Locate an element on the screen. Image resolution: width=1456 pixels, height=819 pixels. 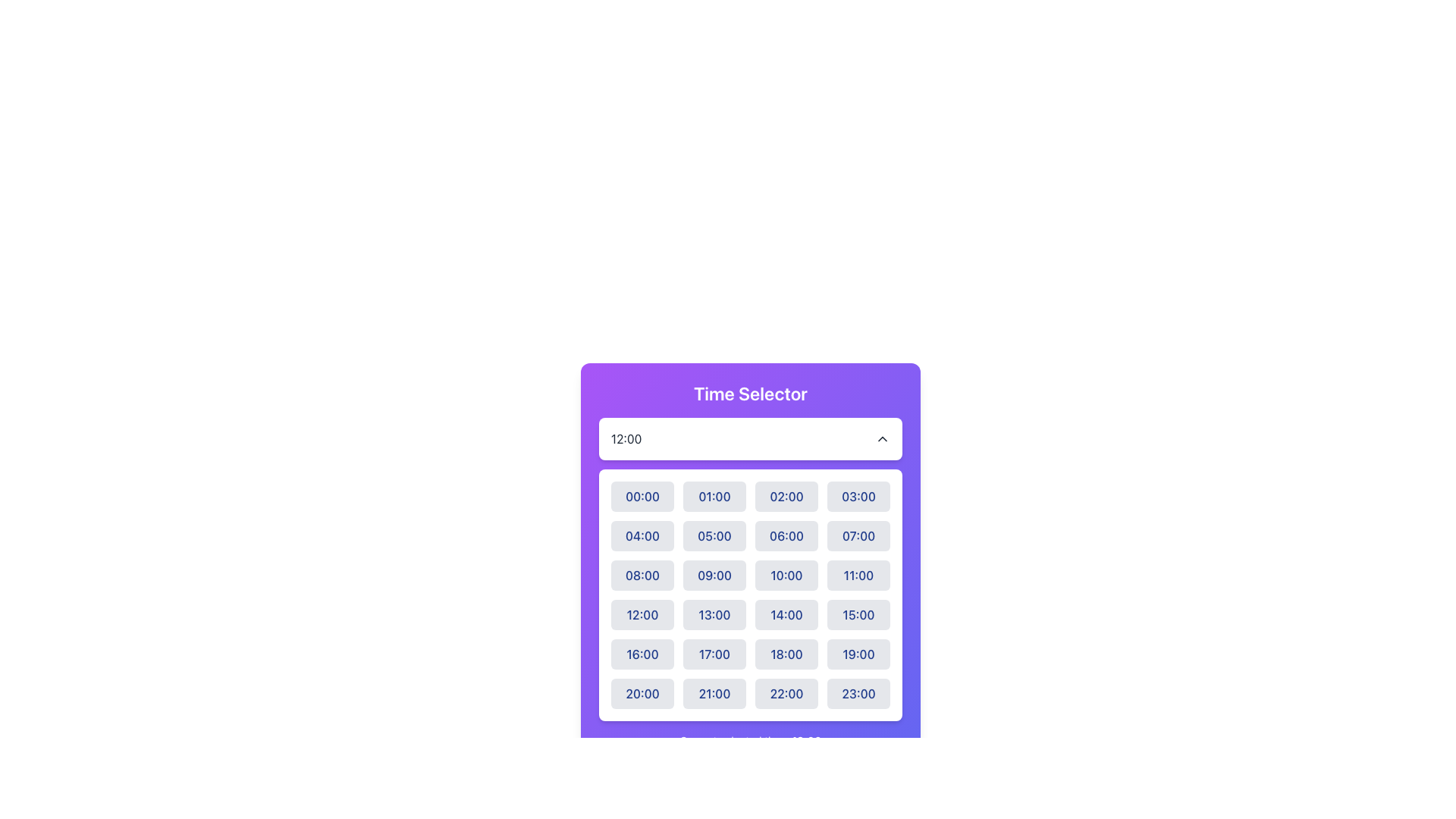
the chevron icon located at the right side of the '12:00' time entry is located at coordinates (882, 438).